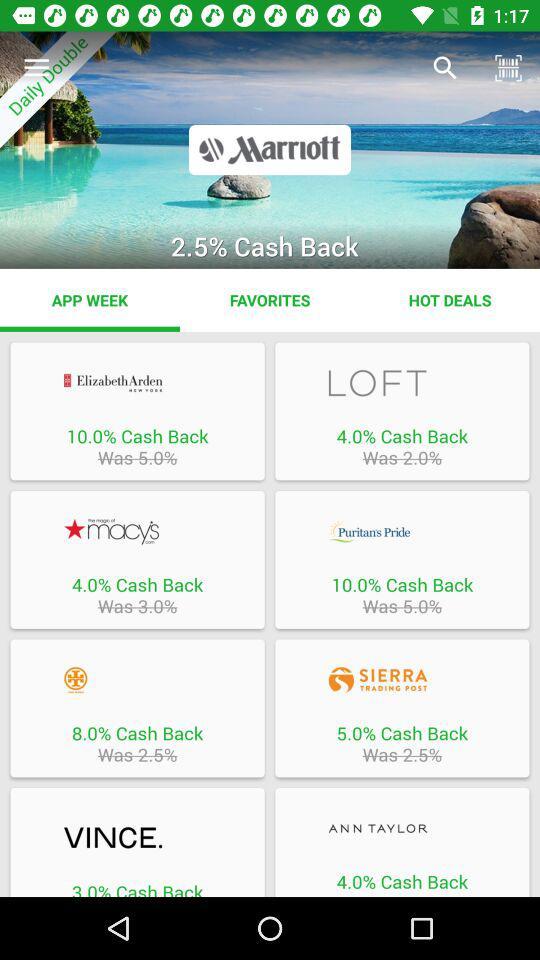  I want to click on item next to the favorites icon, so click(89, 299).